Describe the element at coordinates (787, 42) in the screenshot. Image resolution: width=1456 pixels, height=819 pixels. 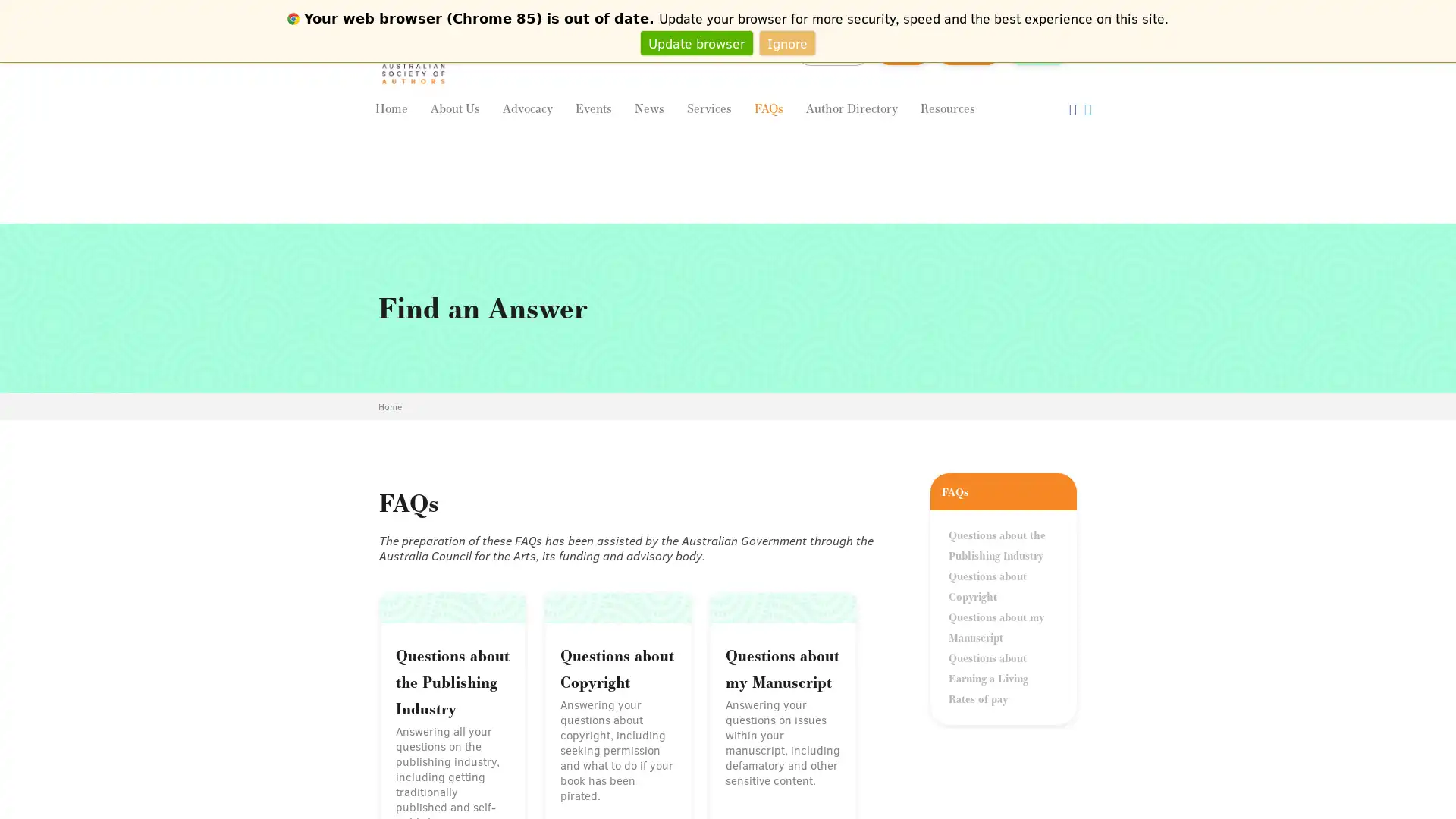
I see `Ignore` at that location.